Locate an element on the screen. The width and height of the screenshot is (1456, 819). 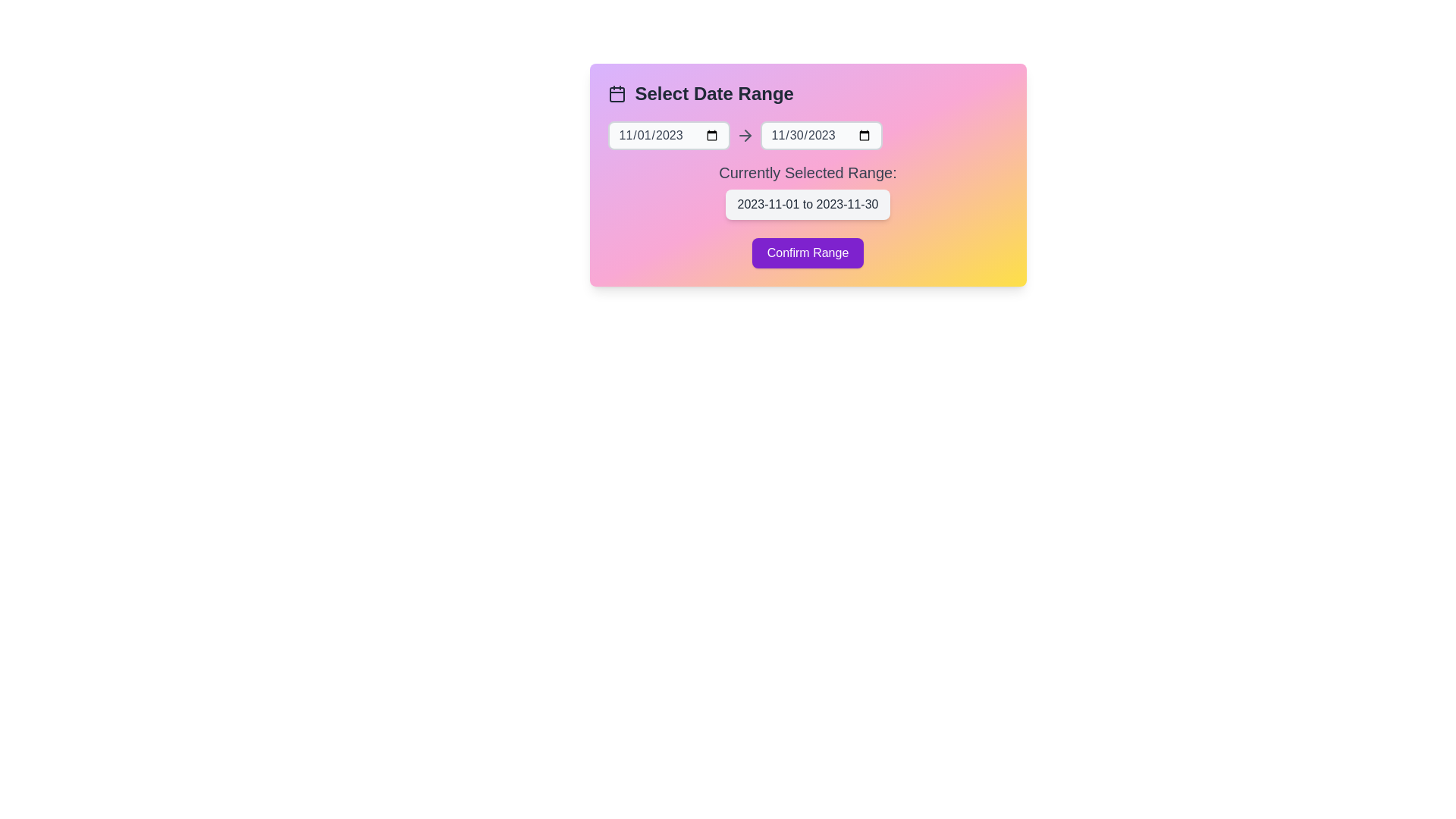
'Confirm Range' button to confirm the selected date range is located at coordinates (807, 253).